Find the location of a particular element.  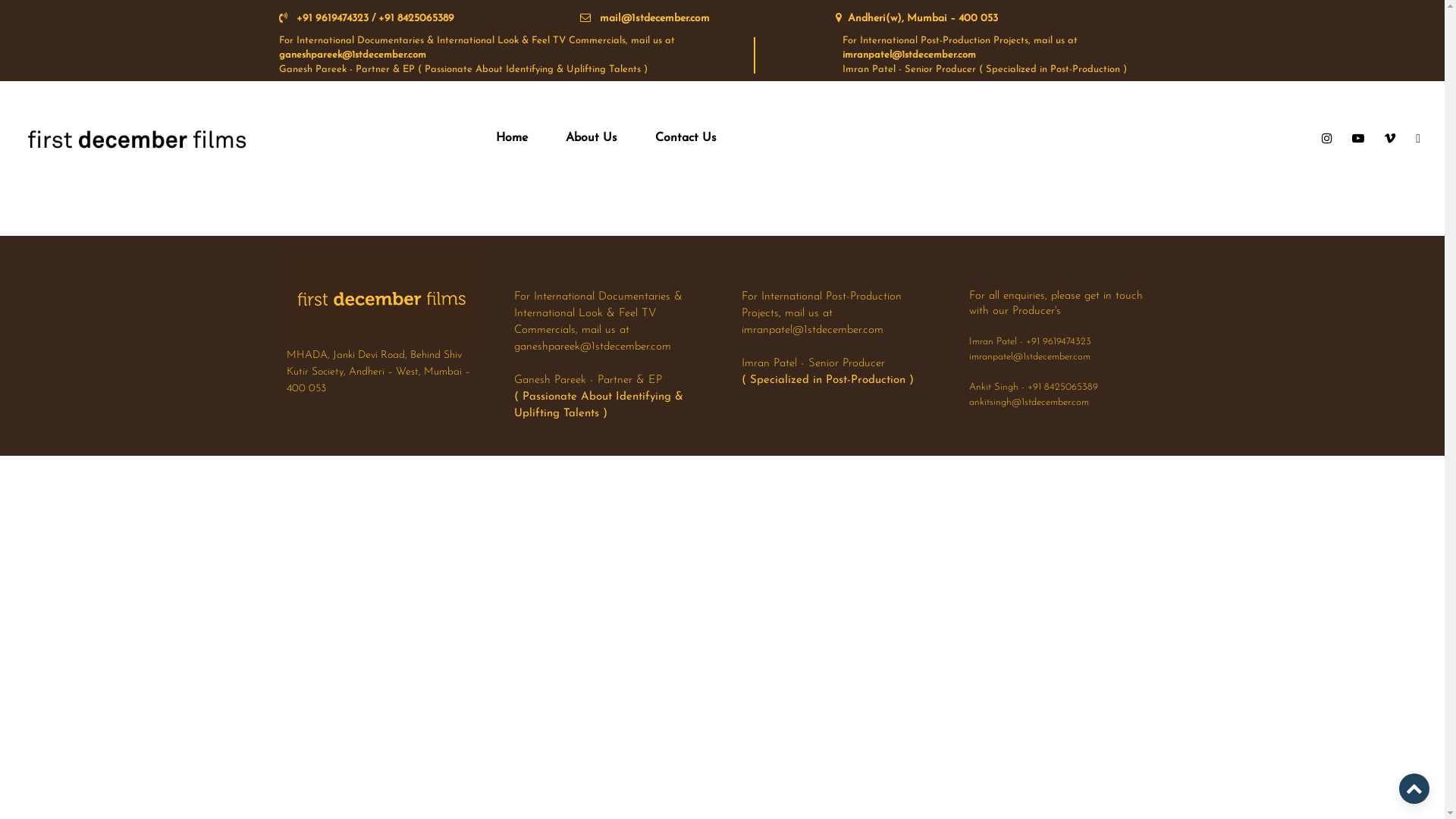

'mail@1stdecember.com' is located at coordinates (692, 18).